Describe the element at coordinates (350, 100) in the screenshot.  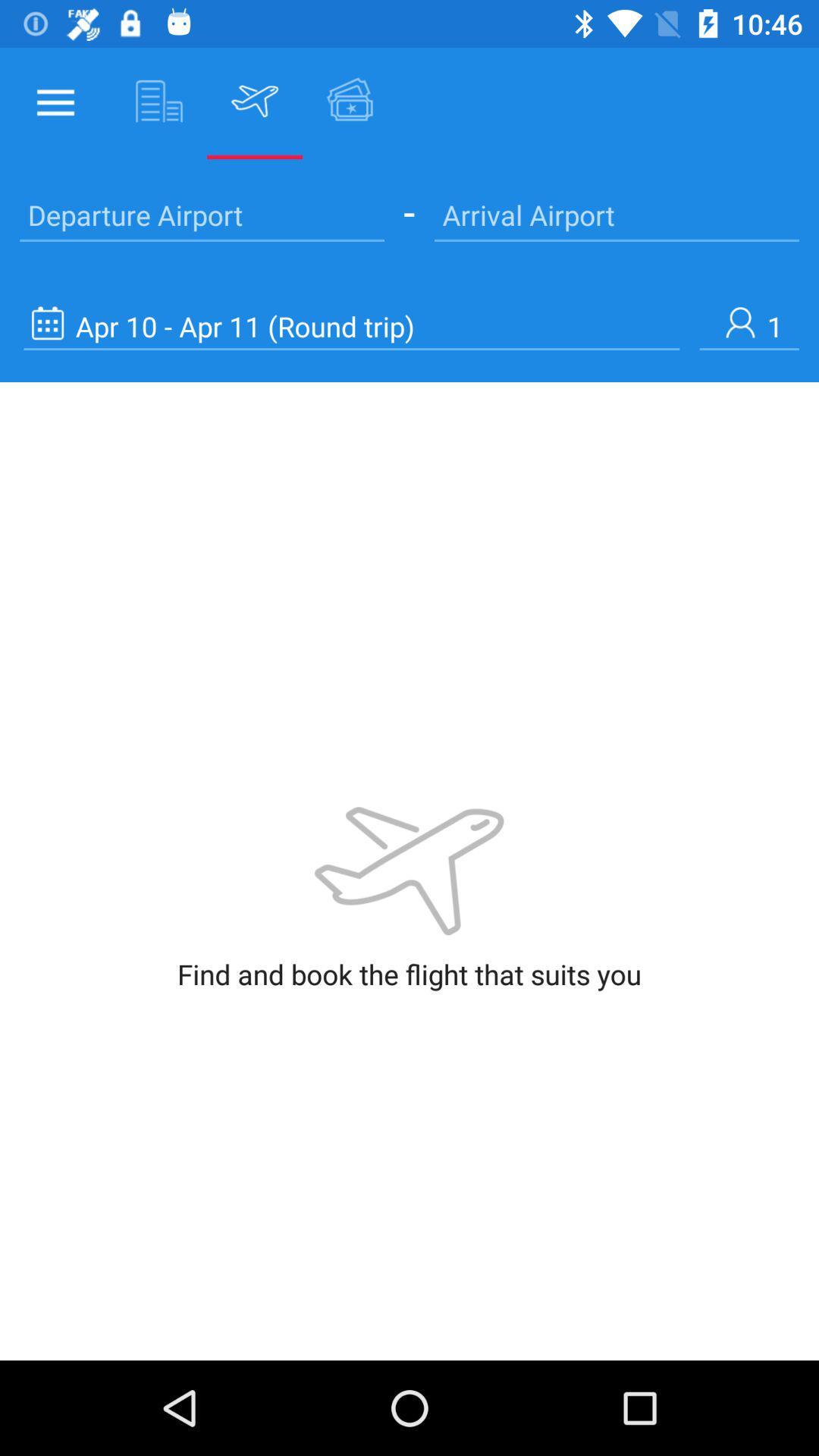
I see `the icon right to flight icon` at that location.